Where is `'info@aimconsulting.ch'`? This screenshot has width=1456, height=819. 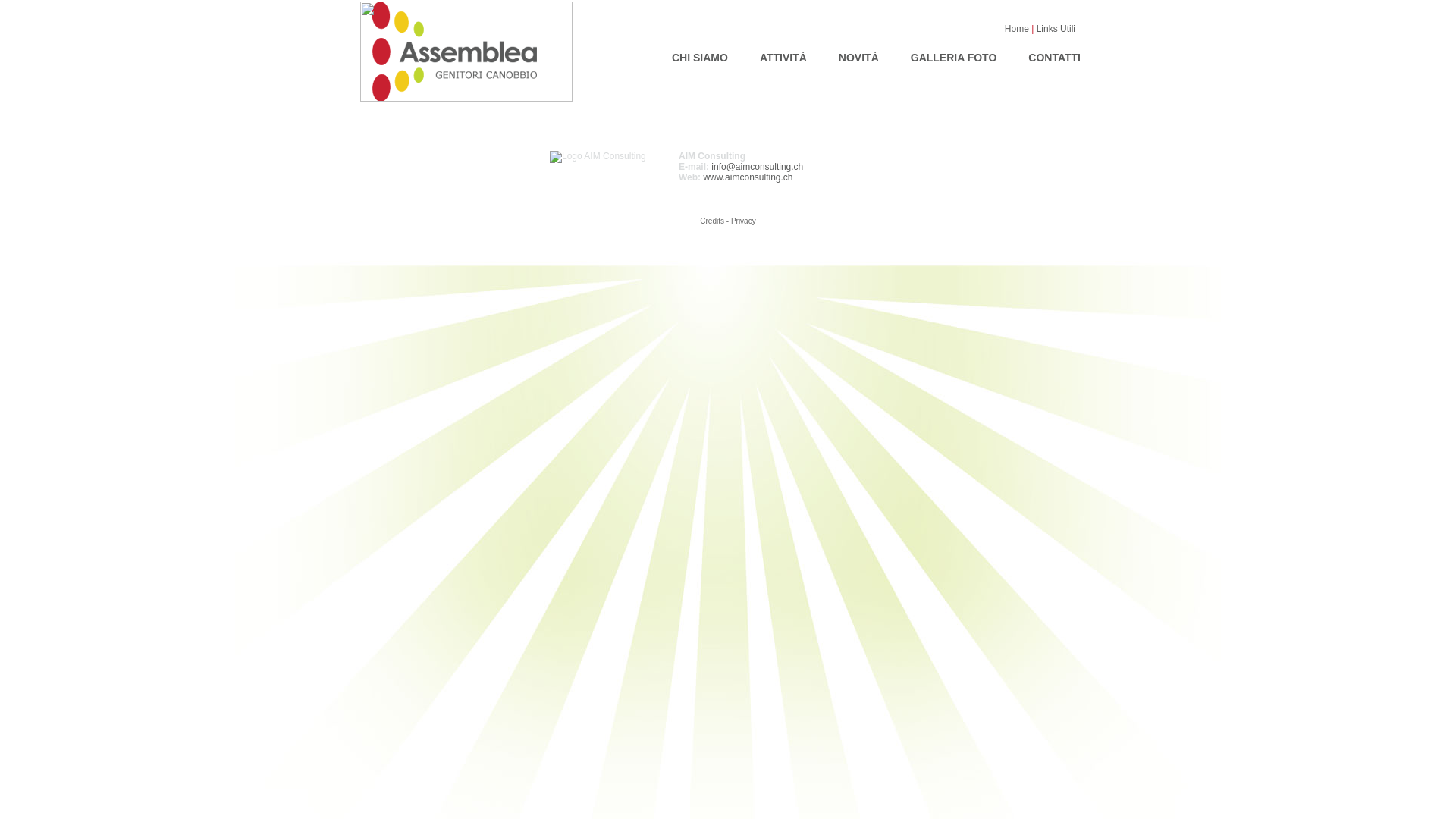
'info@aimconsulting.ch' is located at coordinates (757, 166).